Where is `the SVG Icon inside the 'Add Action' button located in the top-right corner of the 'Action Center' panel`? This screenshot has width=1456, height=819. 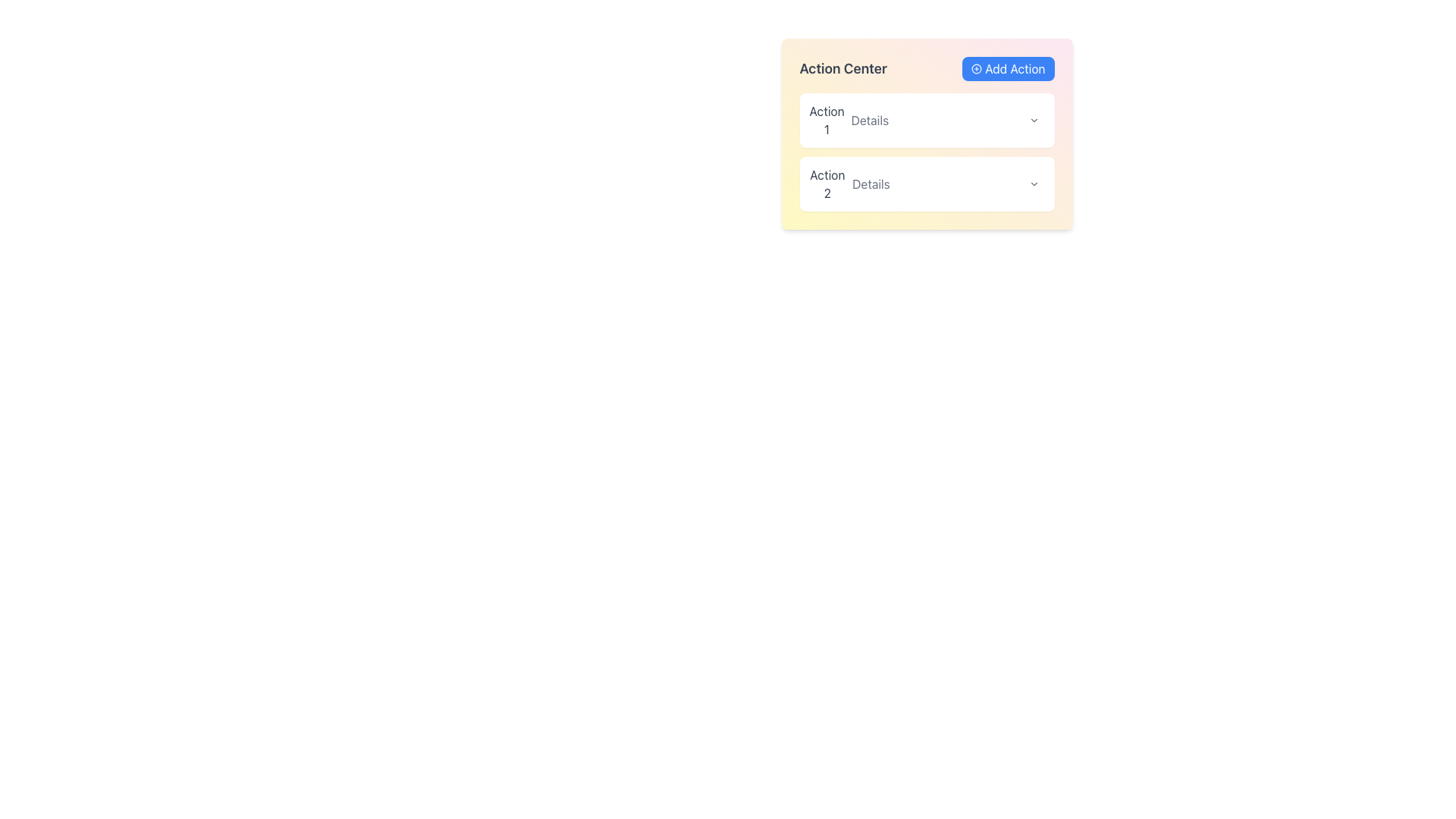 the SVG Icon inside the 'Add Action' button located in the top-right corner of the 'Action Center' panel is located at coordinates (977, 69).